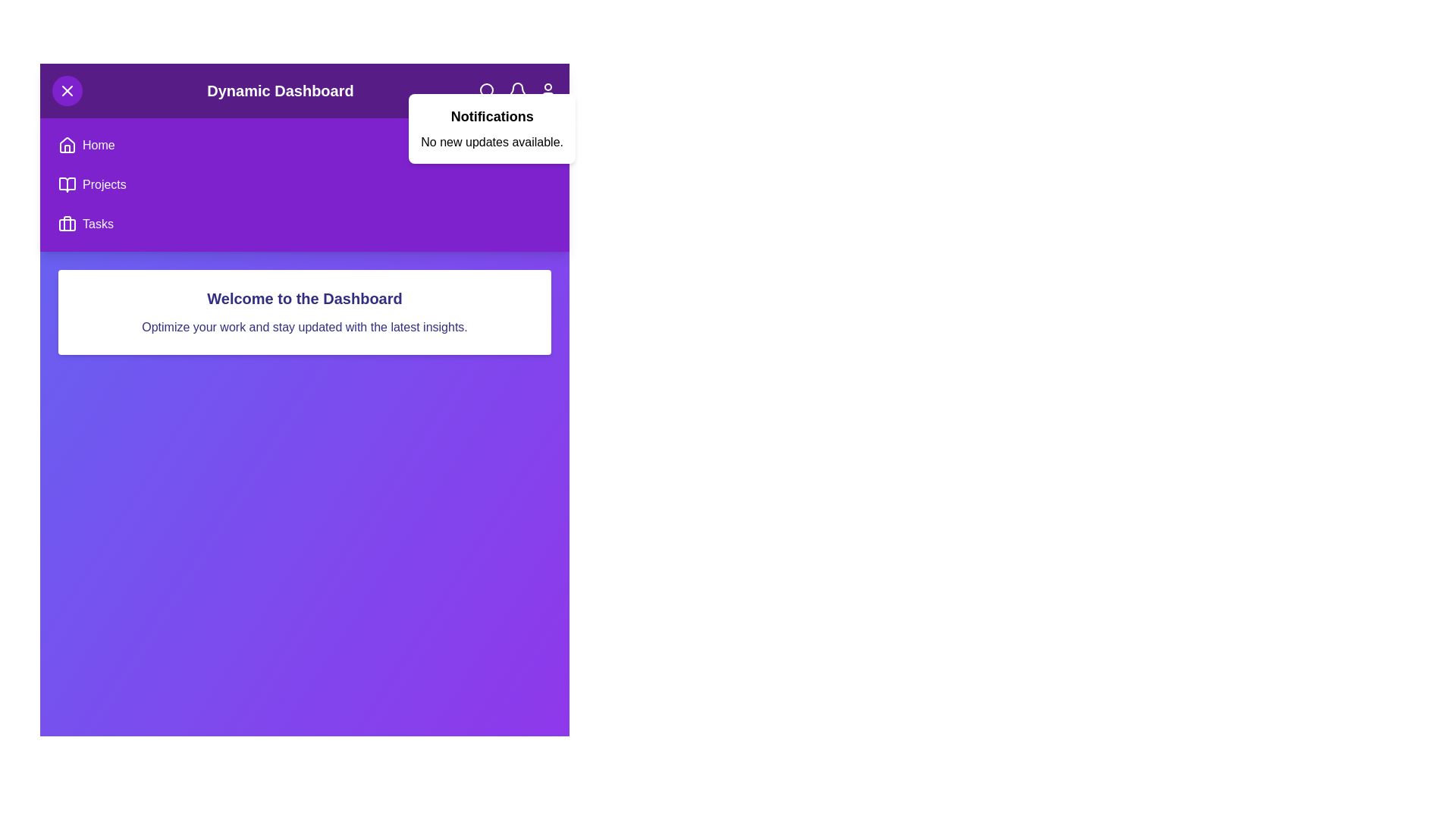 The height and width of the screenshot is (819, 1456). Describe the element at coordinates (304, 298) in the screenshot. I see `the welcome message displayed in the component` at that location.